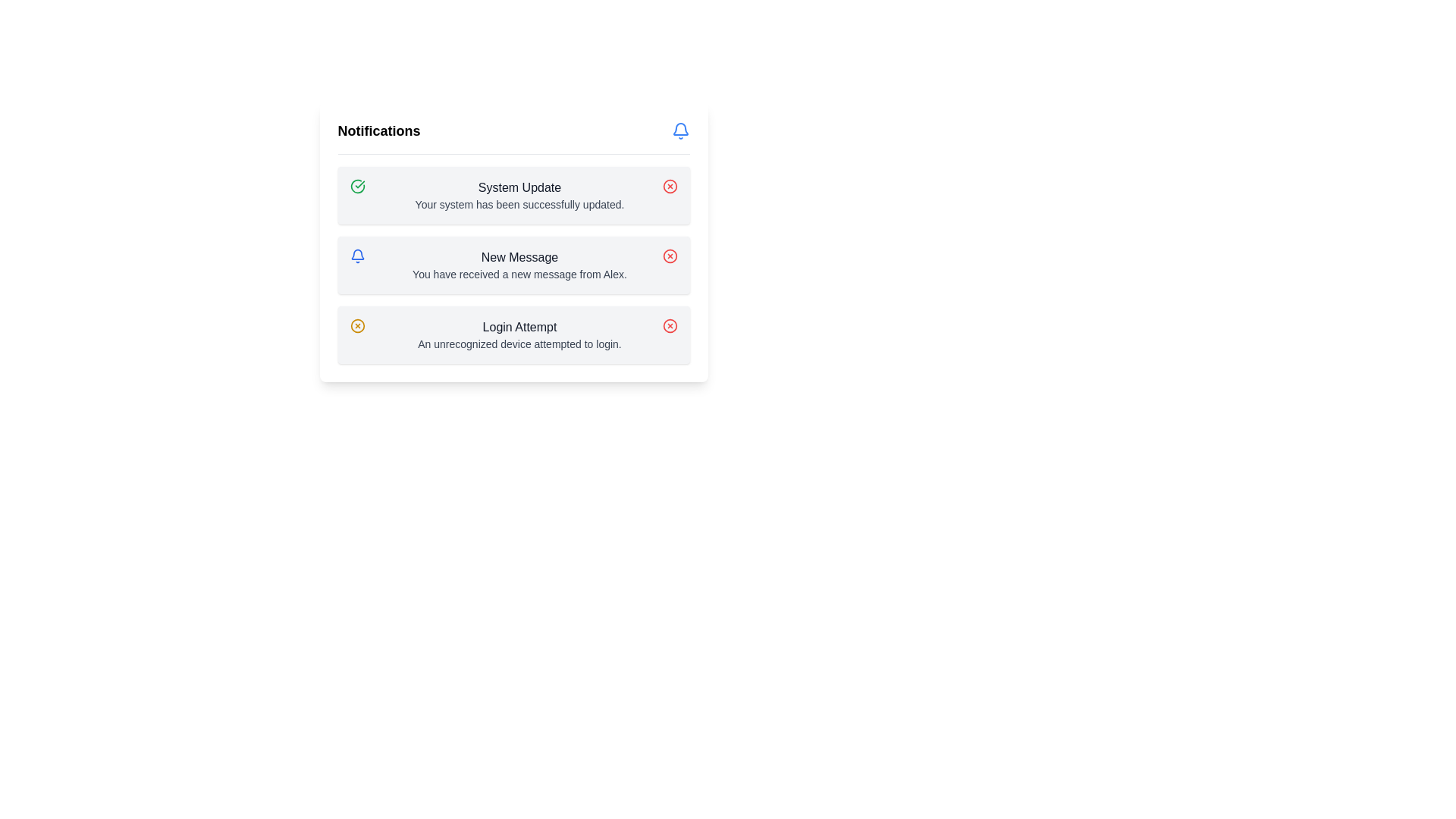 Image resolution: width=1456 pixels, height=819 pixels. Describe the element at coordinates (356, 256) in the screenshot. I see `the blue bell icon located at the top-right corner of the notification card titled 'New Message'` at that location.